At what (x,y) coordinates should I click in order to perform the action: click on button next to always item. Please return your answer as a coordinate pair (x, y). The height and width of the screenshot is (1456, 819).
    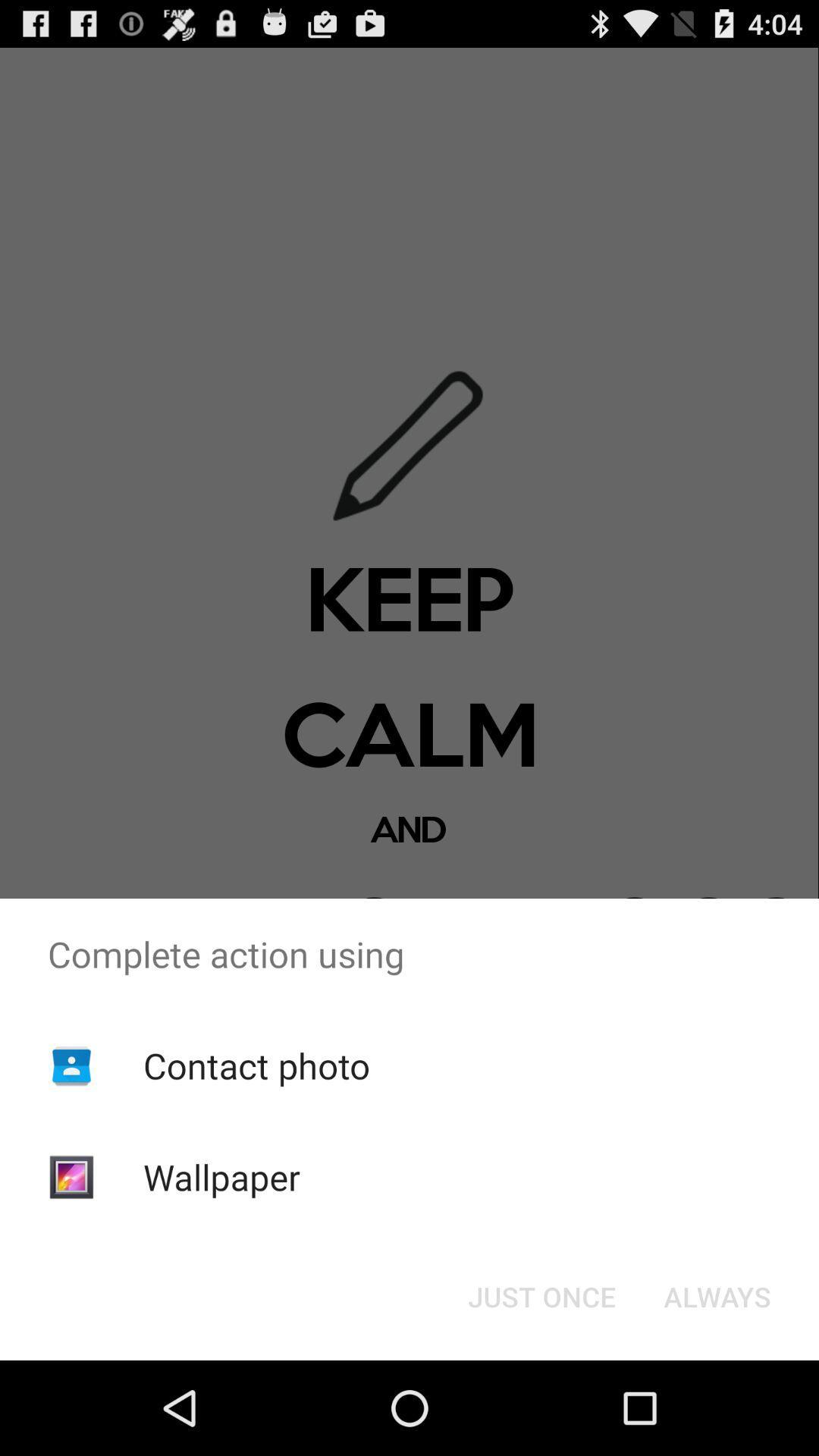
    Looking at the image, I should click on (541, 1295).